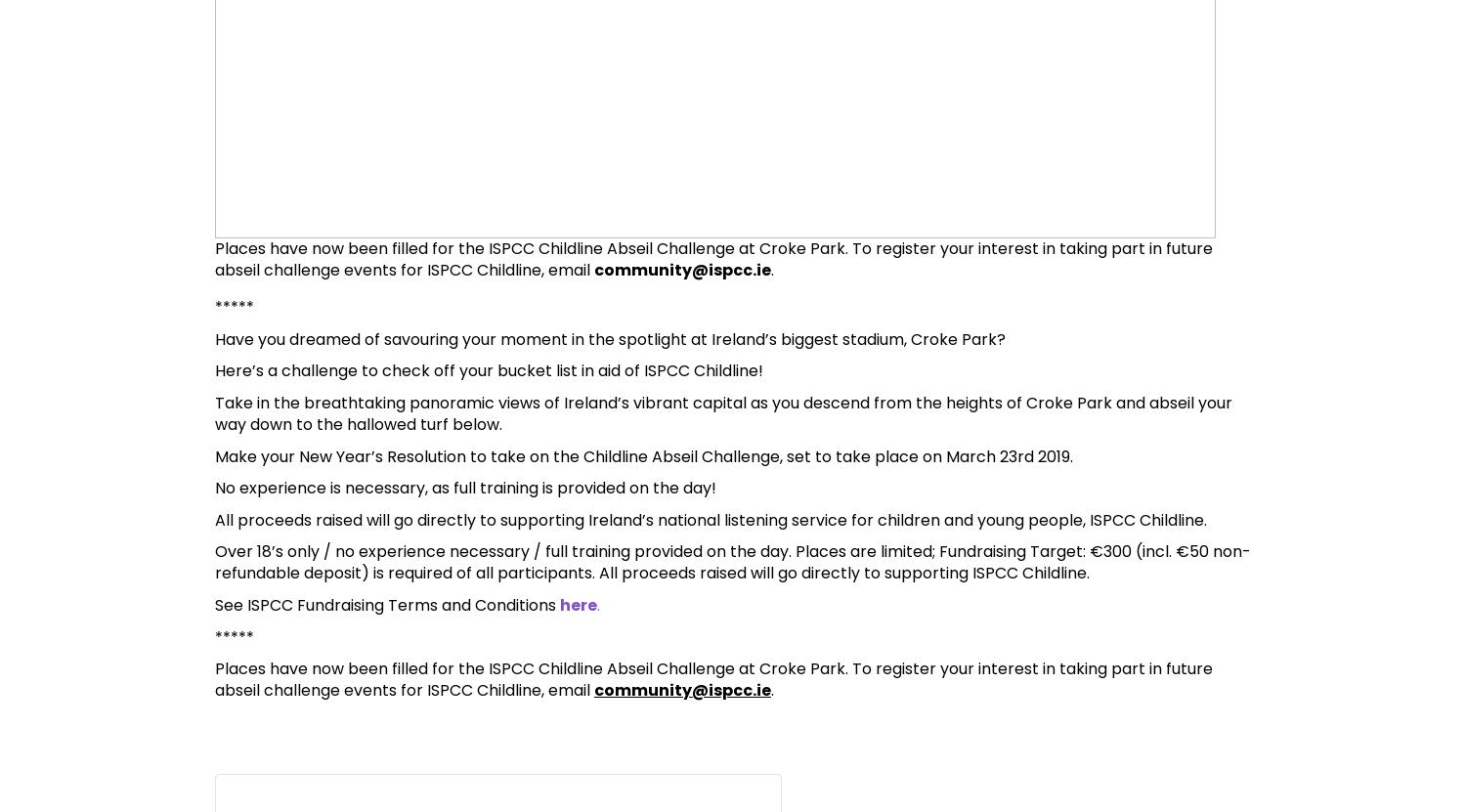 The width and height of the screenshot is (1466, 812). What do you see at coordinates (387, 604) in the screenshot?
I see `'See ISPCC Fundraising Terms and Conditions'` at bounding box center [387, 604].